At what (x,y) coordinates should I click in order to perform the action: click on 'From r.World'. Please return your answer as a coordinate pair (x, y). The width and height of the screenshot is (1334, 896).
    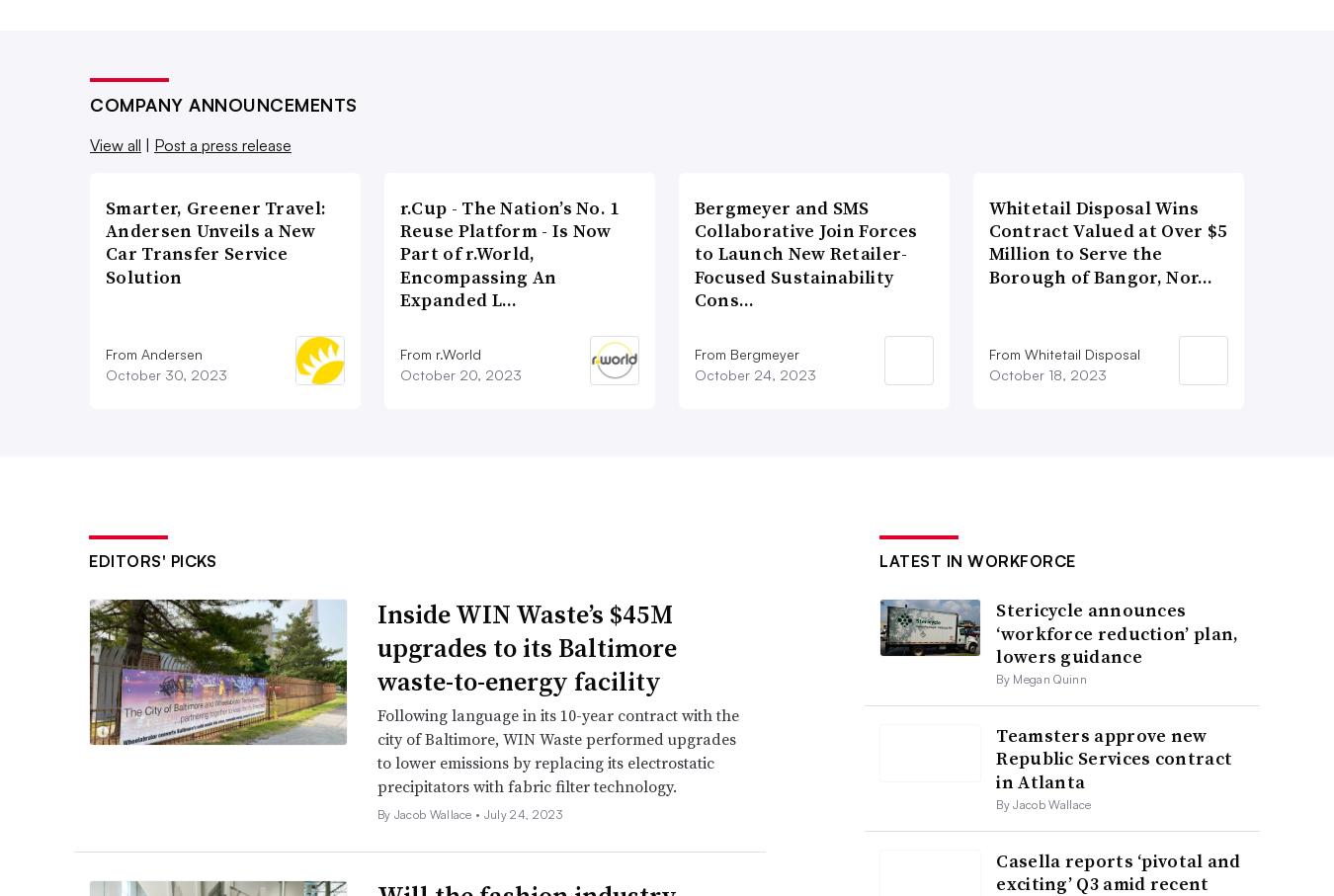
    Looking at the image, I should click on (439, 352).